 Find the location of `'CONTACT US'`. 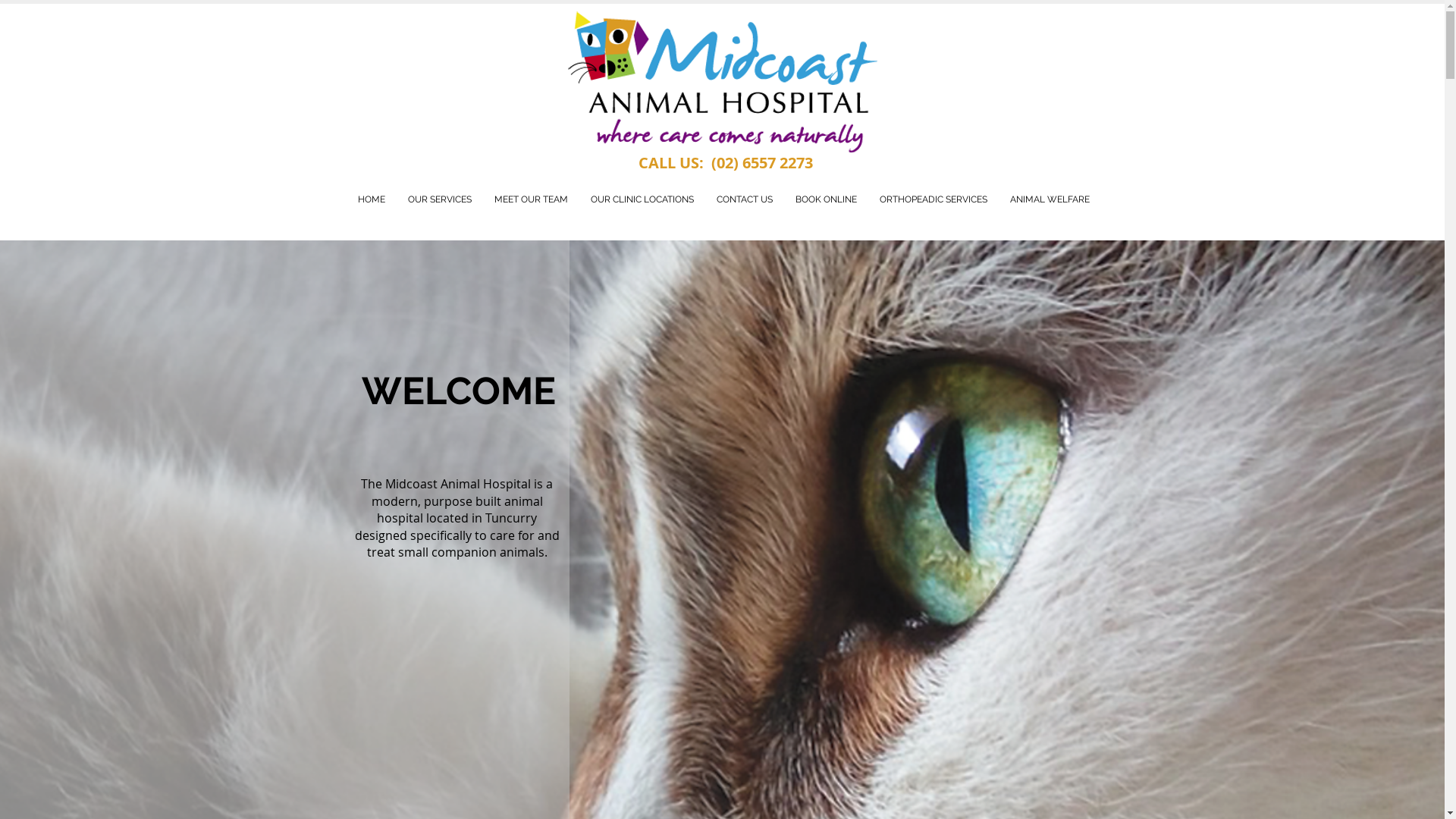

'CONTACT US' is located at coordinates (745, 199).